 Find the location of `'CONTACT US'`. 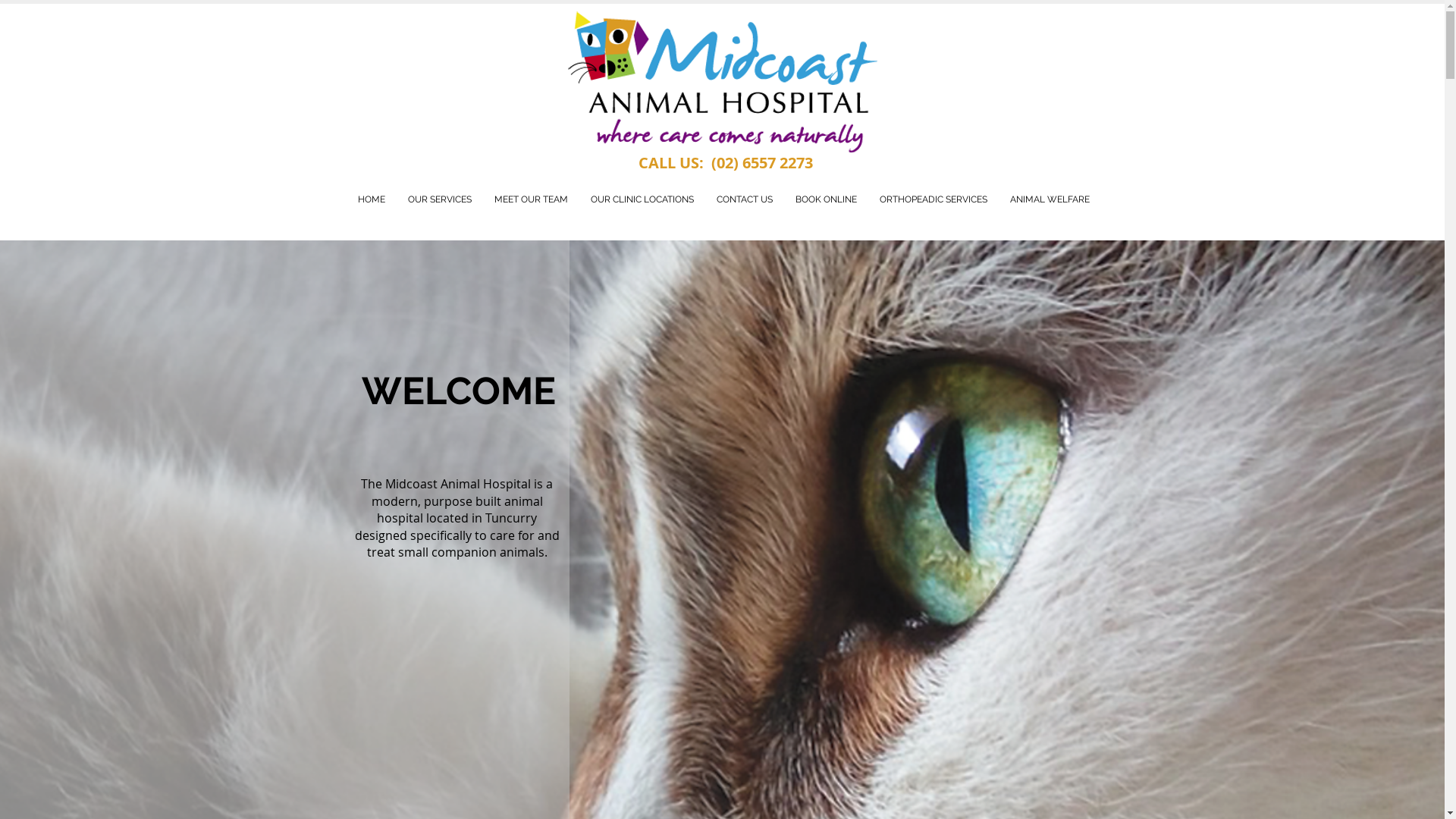

'CONTACT US' is located at coordinates (745, 199).